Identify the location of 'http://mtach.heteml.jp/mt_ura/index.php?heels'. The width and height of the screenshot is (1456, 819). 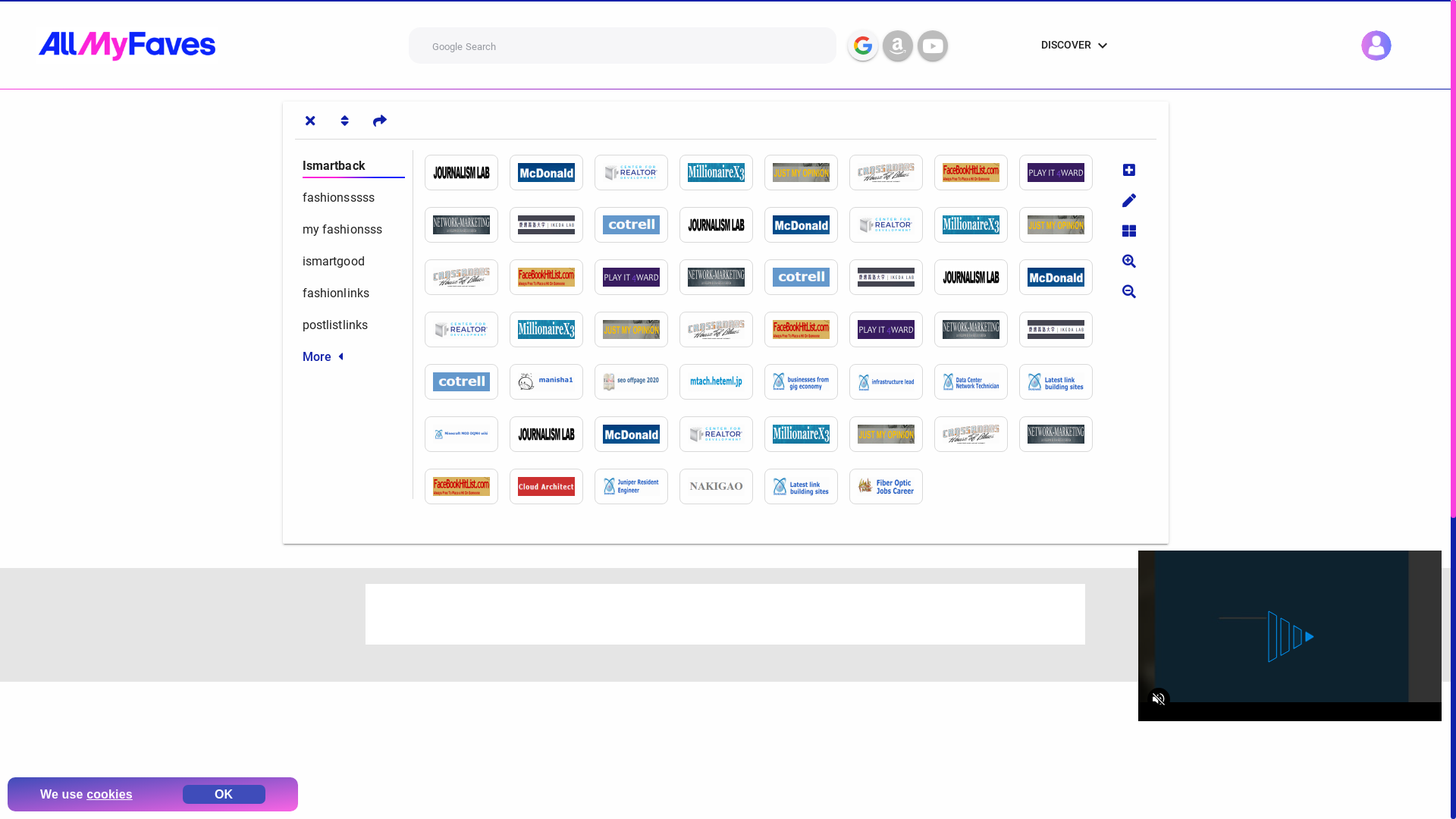
(679, 381).